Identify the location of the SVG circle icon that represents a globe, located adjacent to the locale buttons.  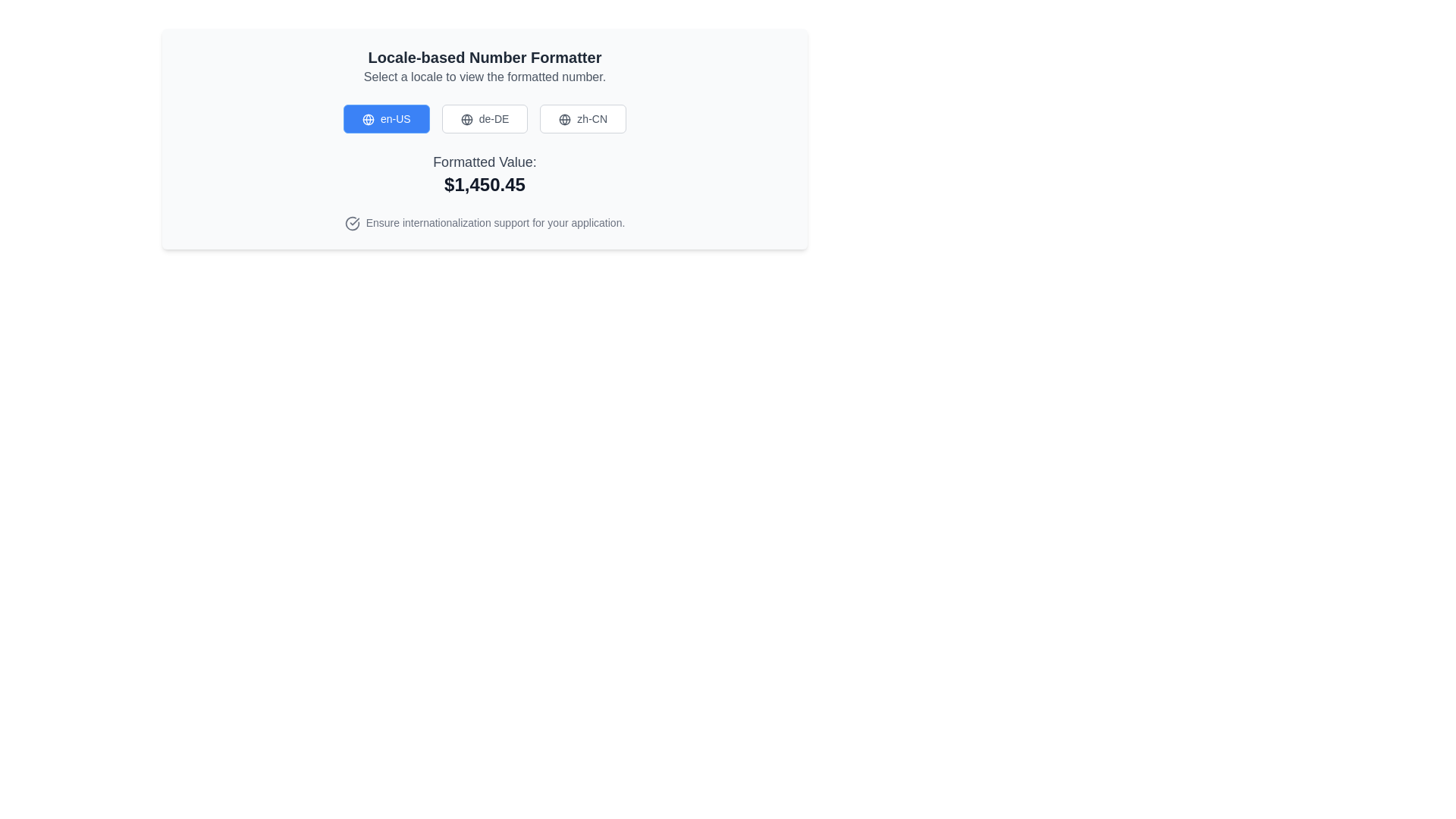
(466, 119).